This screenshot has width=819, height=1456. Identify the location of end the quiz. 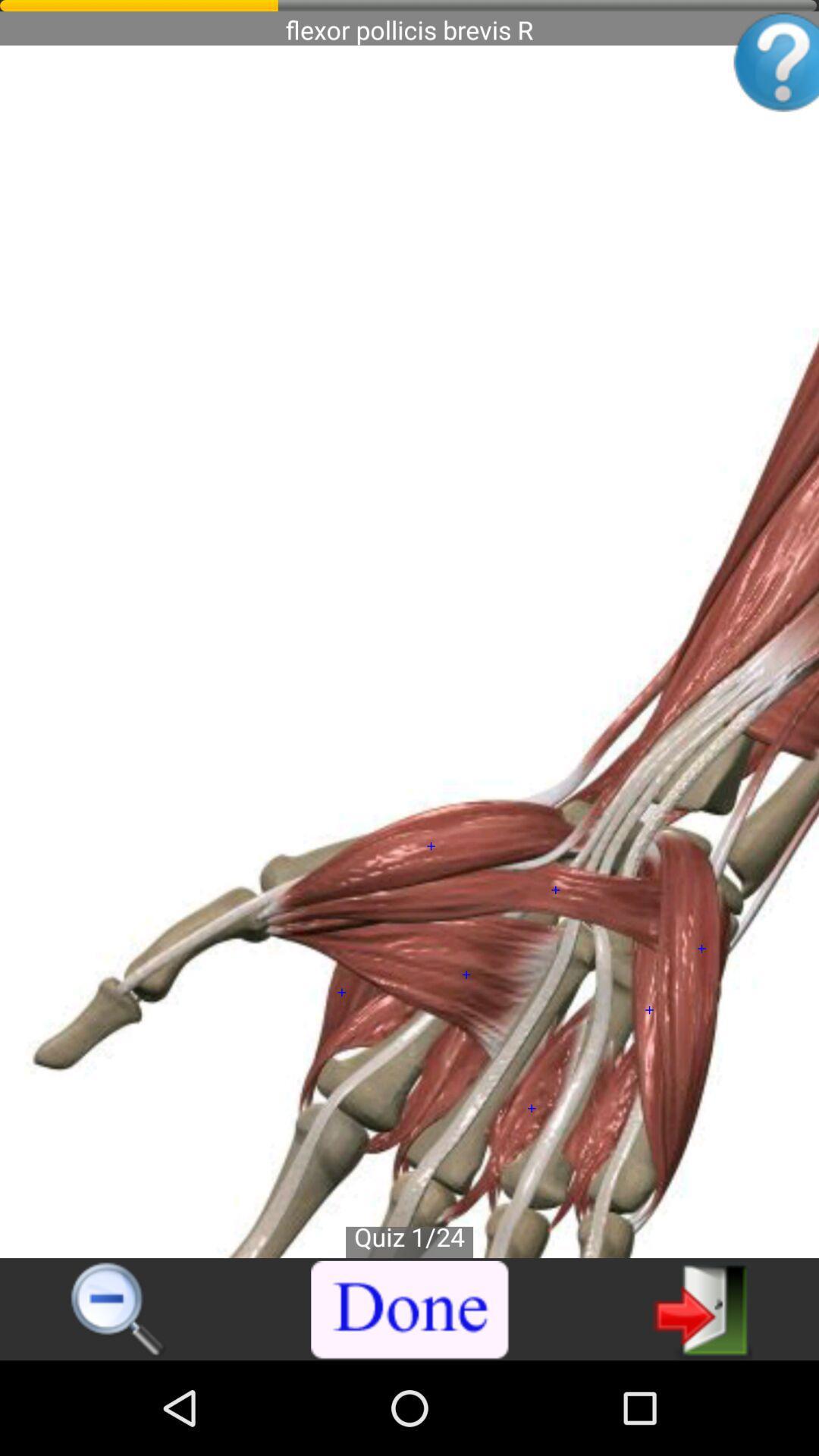
(410, 1310).